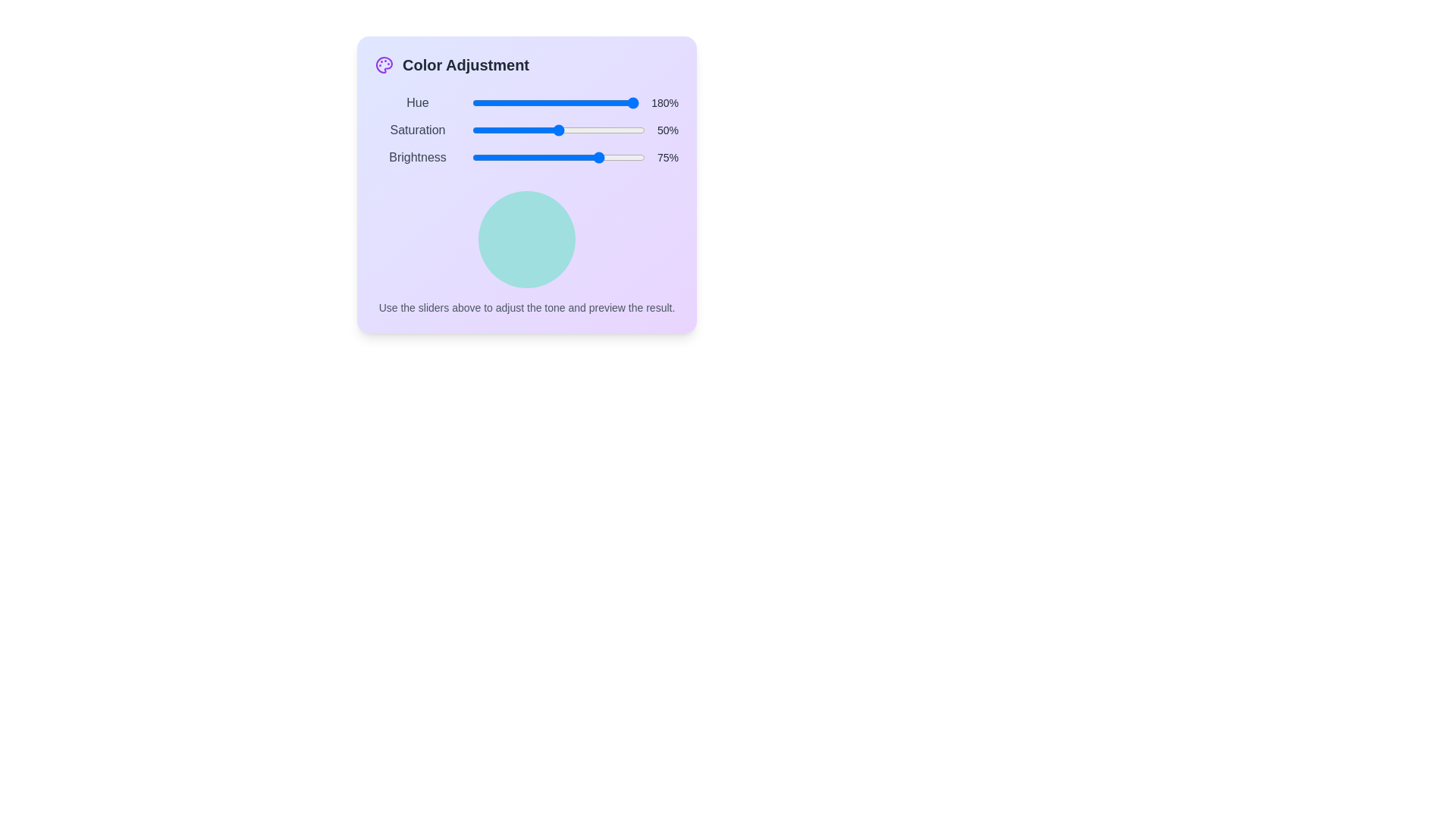  Describe the element at coordinates (616, 102) in the screenshot. I see `the 'Hue' slider to 86%` at that location.